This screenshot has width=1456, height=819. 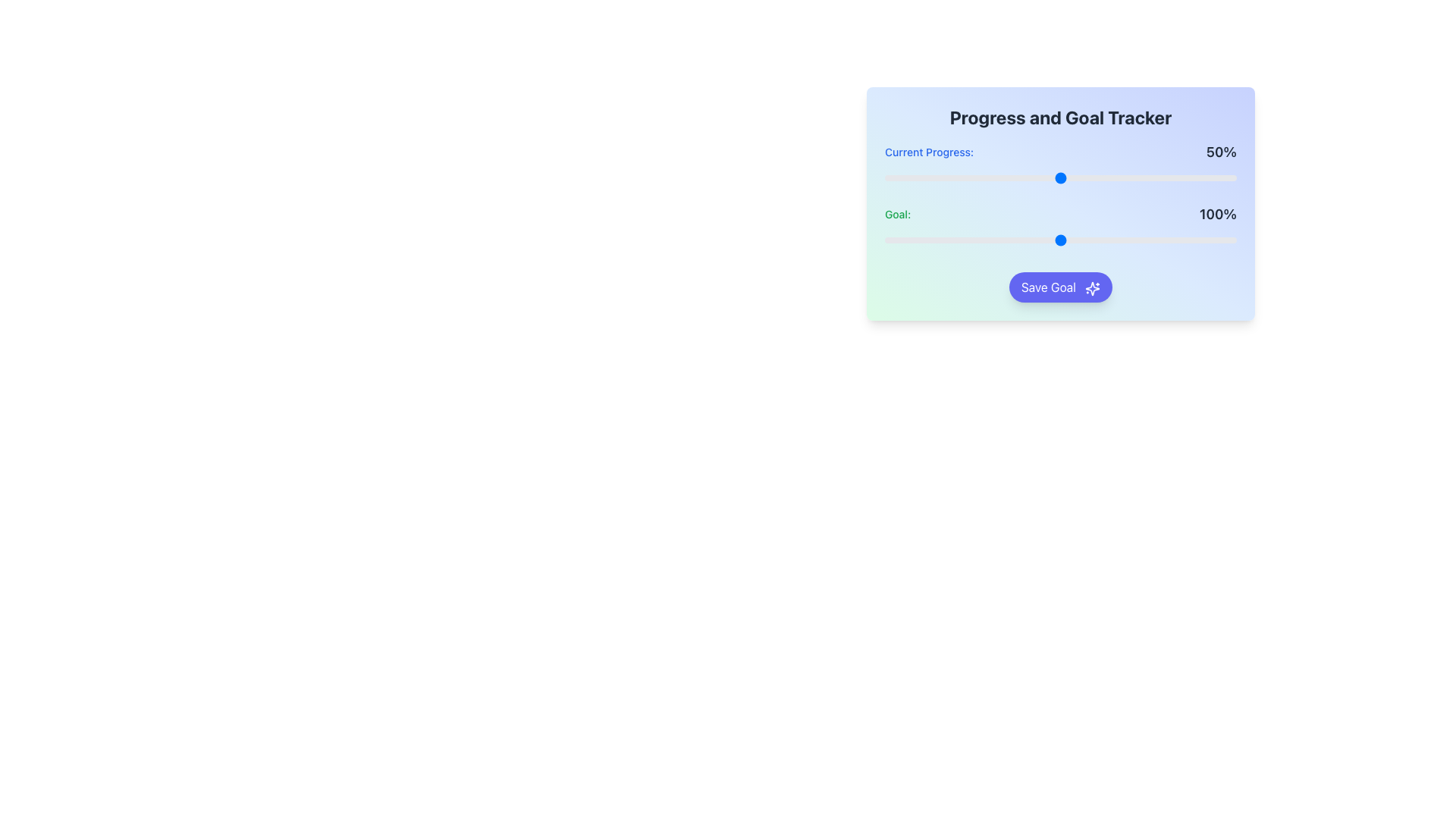 I want to click on the small sparkle icon located to the right of the 'Save Goal' button, which is designed in a minimalistic style and has a size of 24x24 pixels, so click(x=1093, y=288).